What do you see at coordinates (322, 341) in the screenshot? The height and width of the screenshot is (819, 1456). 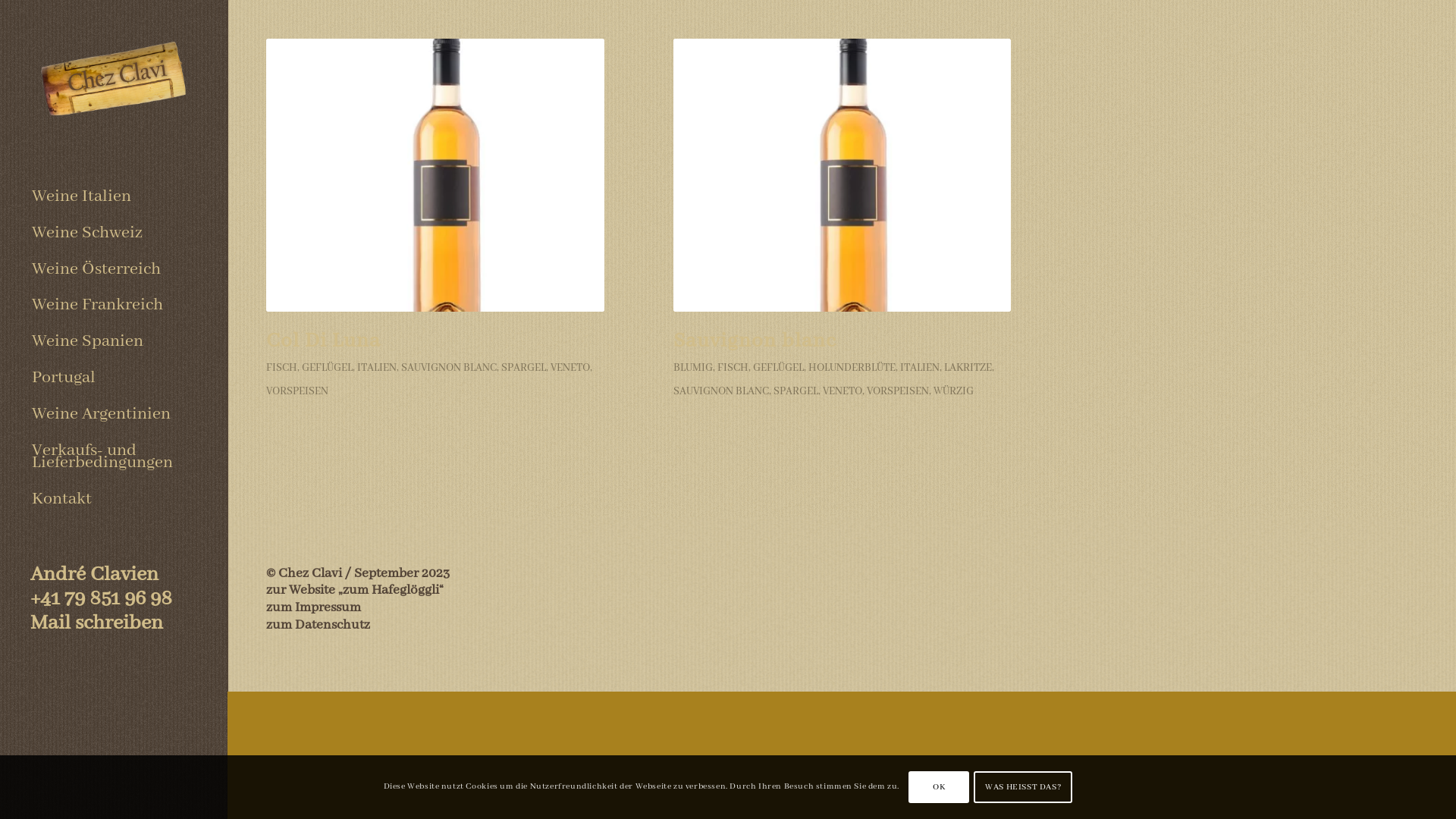 I see `'Col Di Luna'` at bounding box center [322, 341].